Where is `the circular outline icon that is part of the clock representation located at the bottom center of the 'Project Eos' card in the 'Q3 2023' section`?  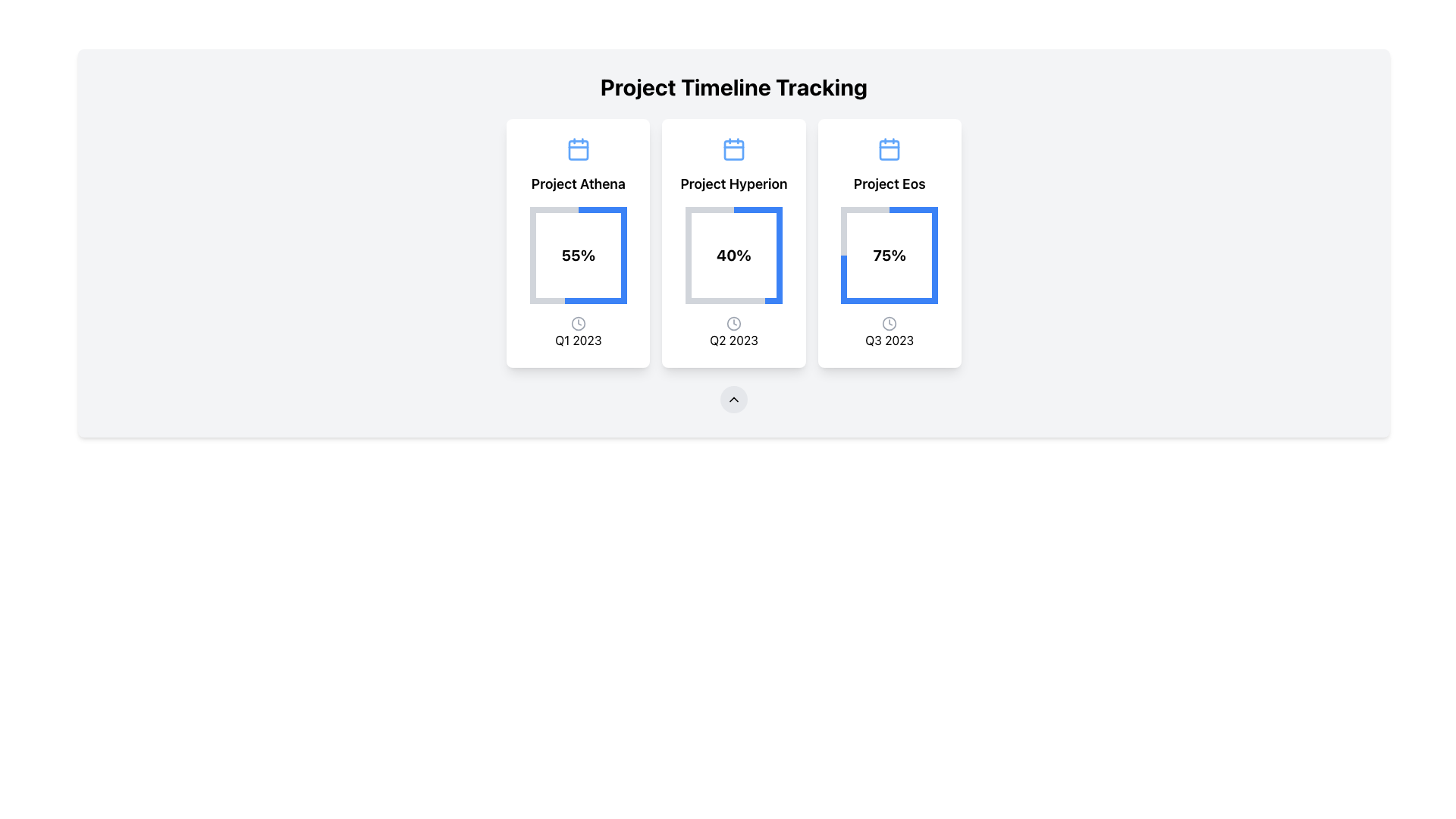 the circular outline icon that is part of the clock representation located at the bottom center of the 'Project Eos' card in the 'Q3 2023' section is located at coordinates (890, 323).